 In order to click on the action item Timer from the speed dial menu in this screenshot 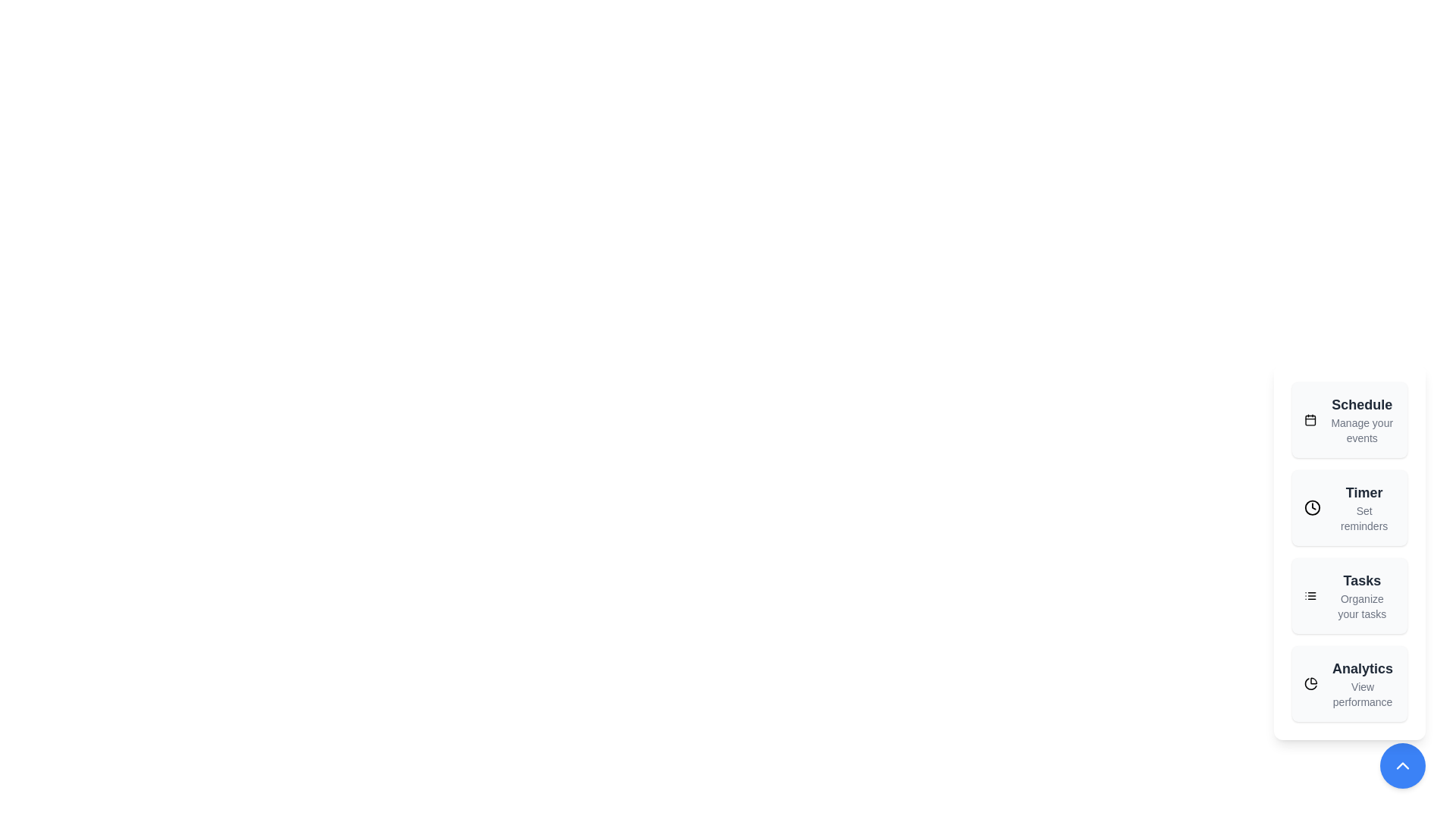, I will do `click(1350, 508)`.